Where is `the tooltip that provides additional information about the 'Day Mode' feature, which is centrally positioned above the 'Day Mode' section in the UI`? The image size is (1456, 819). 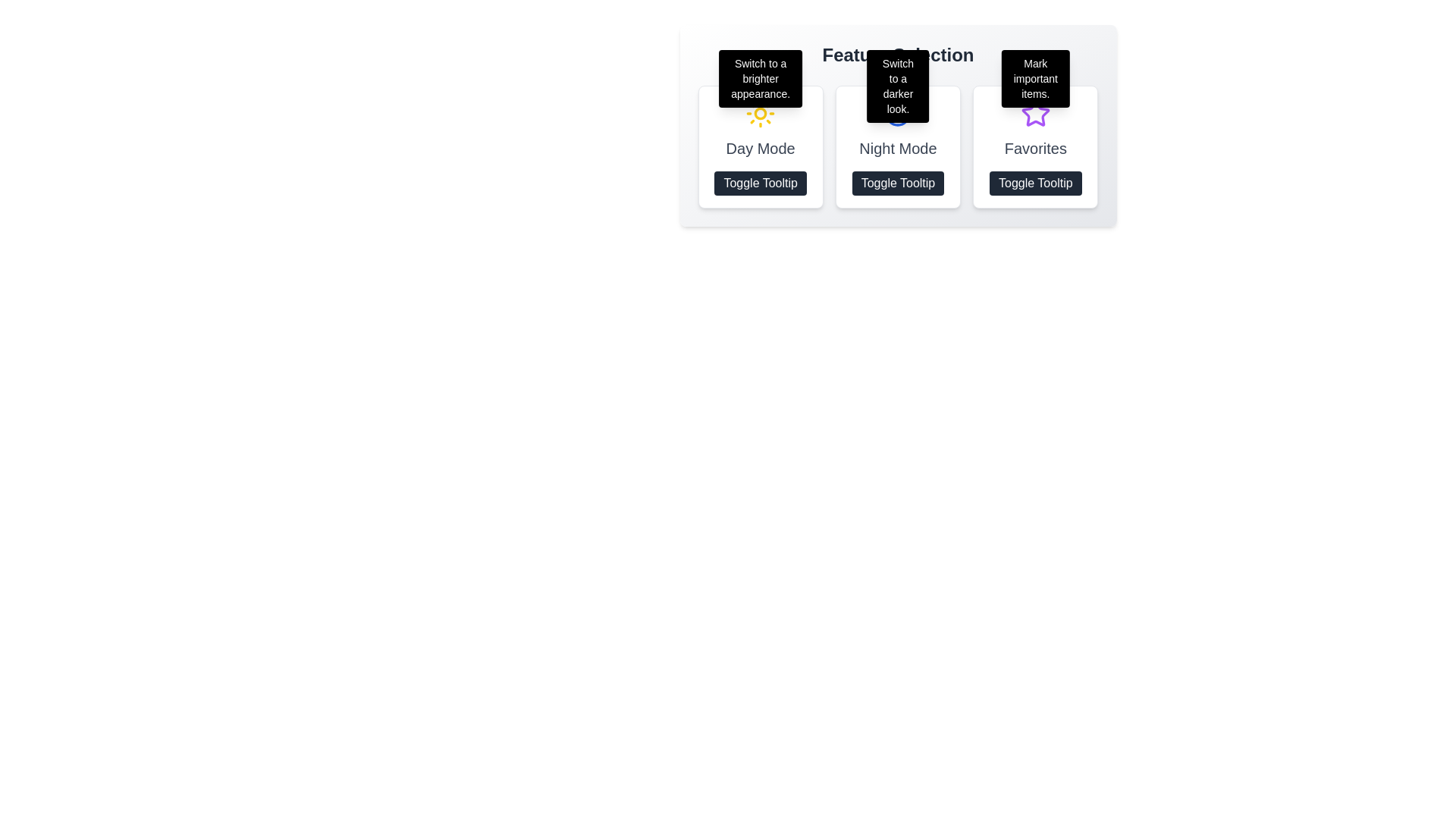 the tooltip that provides additional information about the 'Day Mode' feature, which is centrally positioned above the 'Day Mode' section in the UI is located at coordinates (761, 79).